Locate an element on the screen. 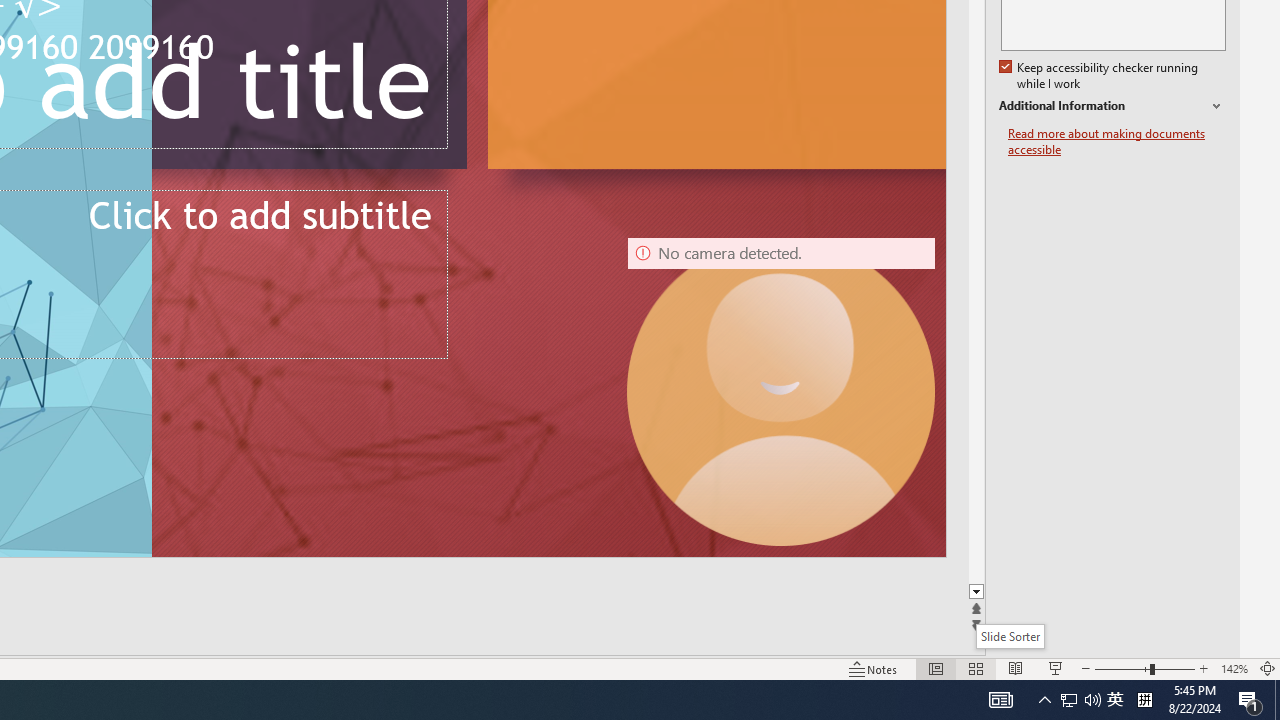 The width and height of the screenshot is (1280, 720). 'Zoom Out' is located at coordinates (1121, 669).